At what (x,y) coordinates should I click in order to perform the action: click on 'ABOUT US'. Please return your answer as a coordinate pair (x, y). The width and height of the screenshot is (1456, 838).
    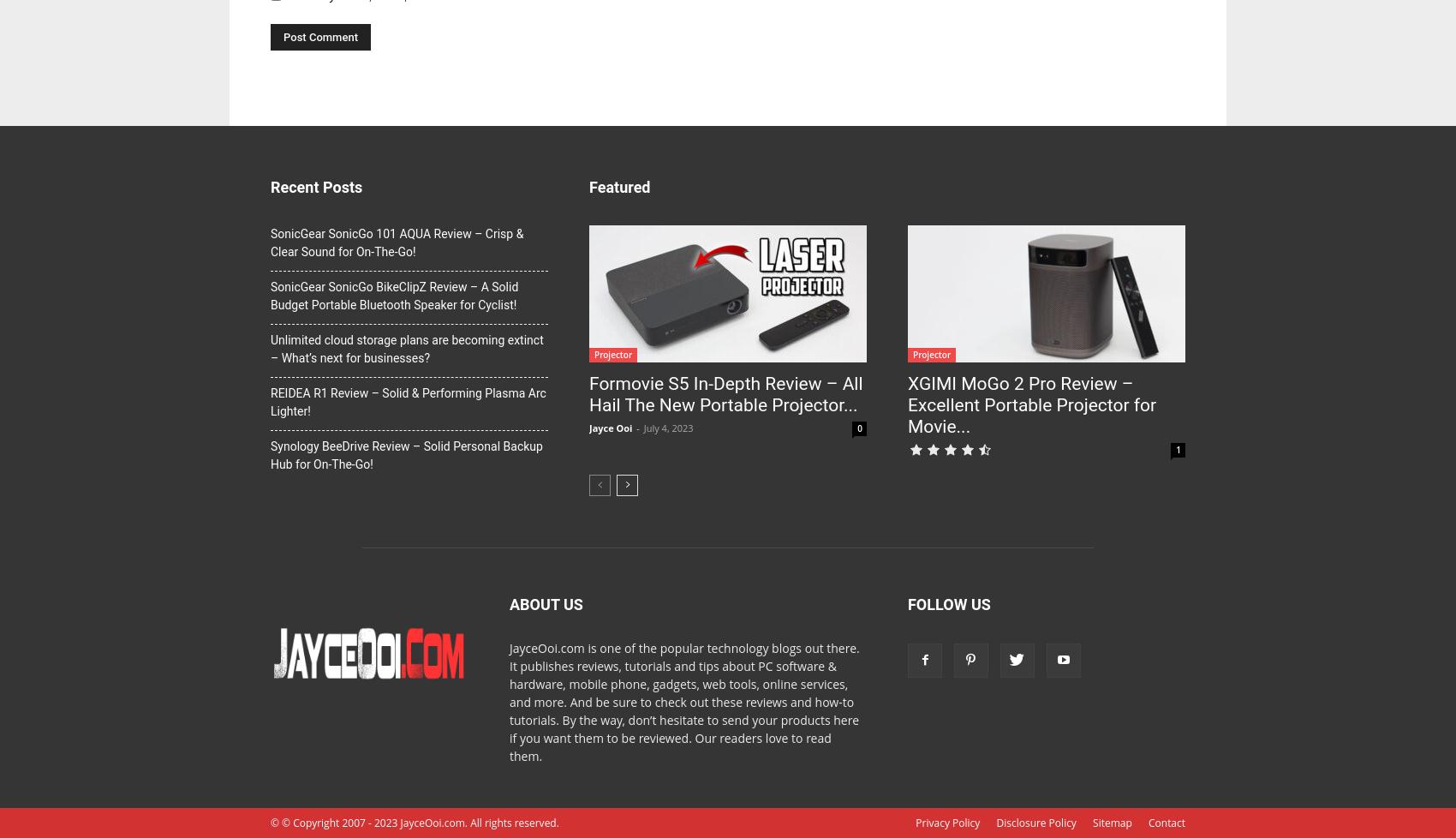
    Looking at the image, I should click on (545, 604).